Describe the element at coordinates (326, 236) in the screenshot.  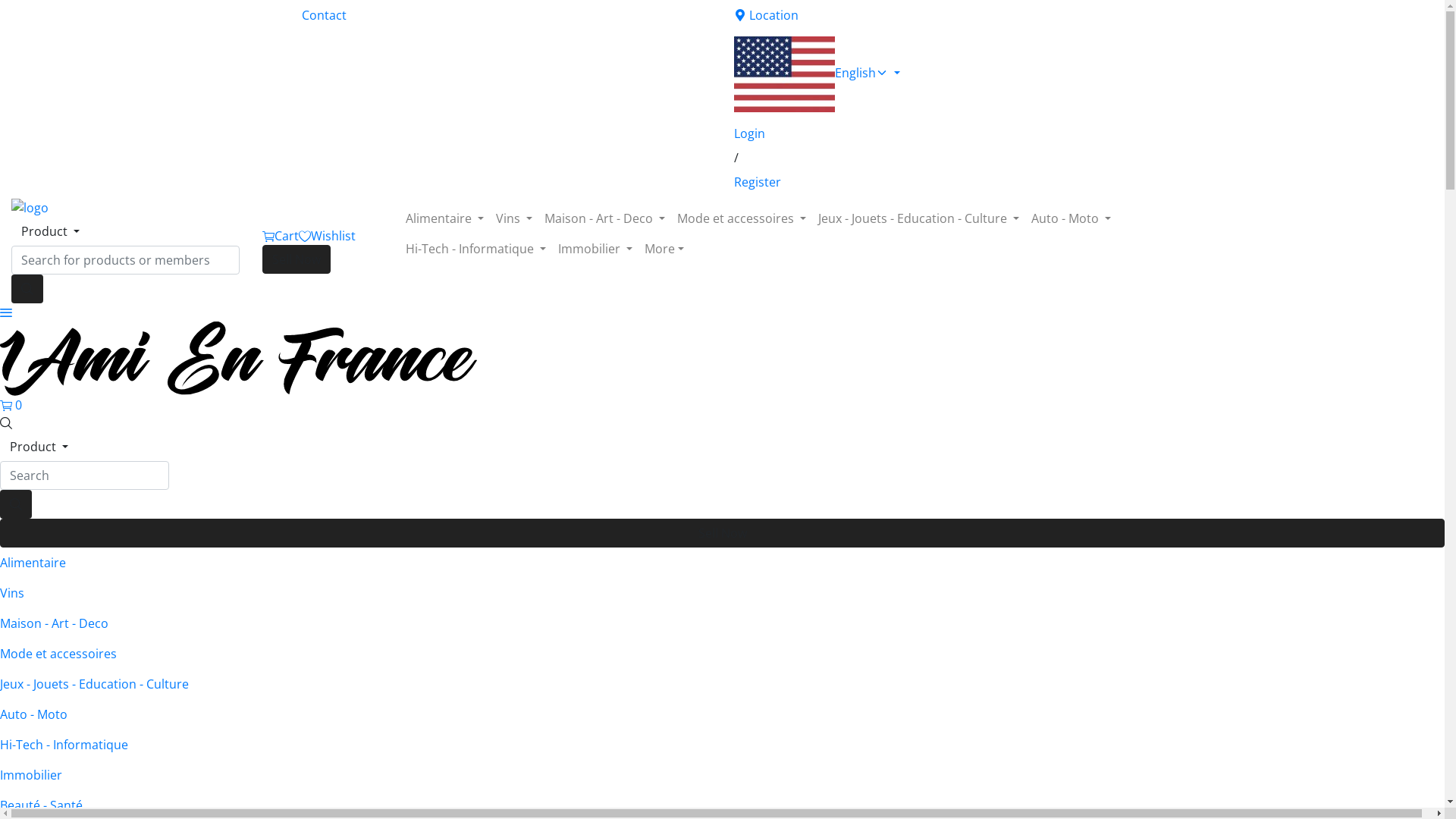
I see `'Wishlist'` at that location.